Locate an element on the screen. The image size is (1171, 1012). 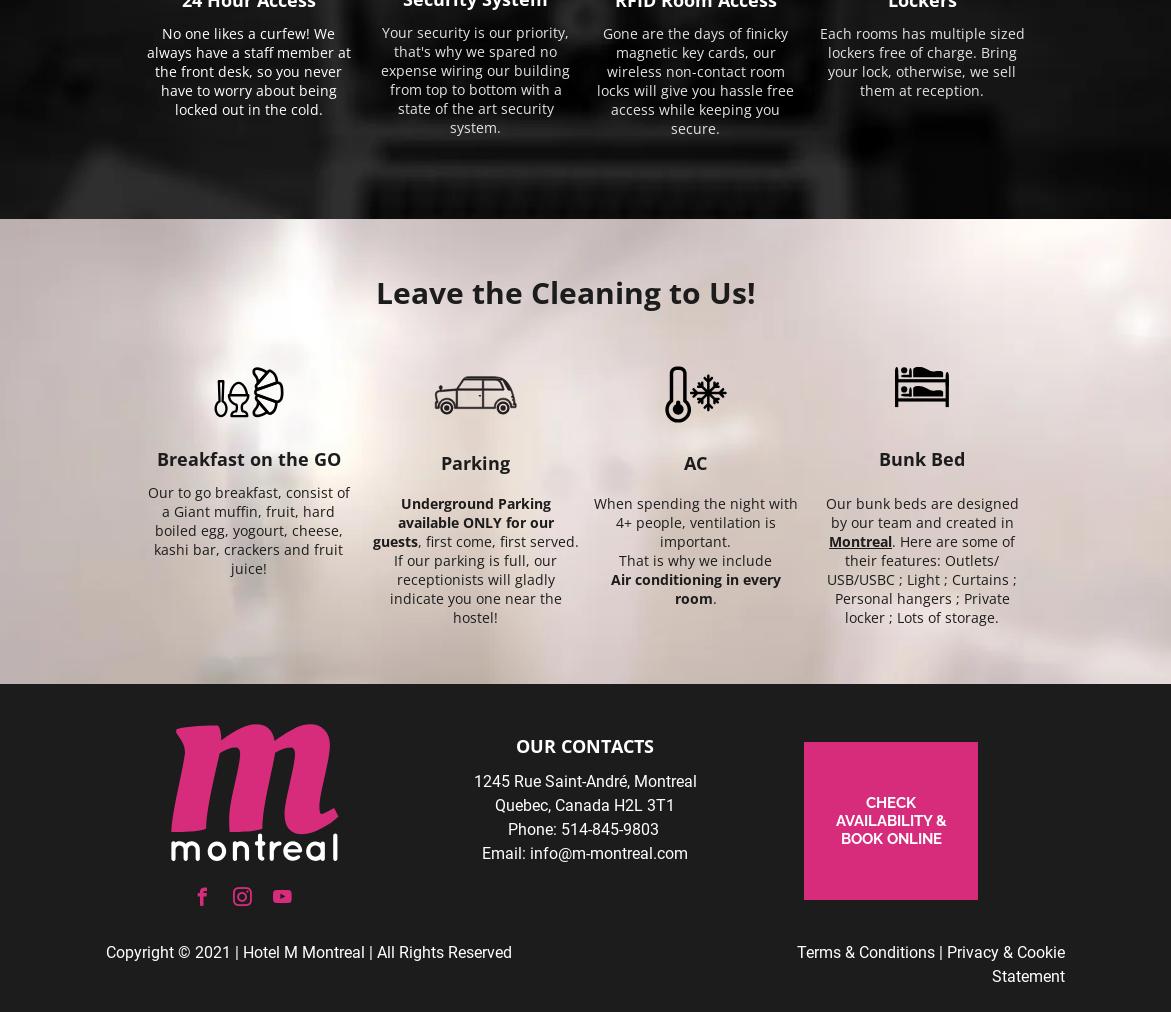
'Phone:' is located at coordinates (531, 828).